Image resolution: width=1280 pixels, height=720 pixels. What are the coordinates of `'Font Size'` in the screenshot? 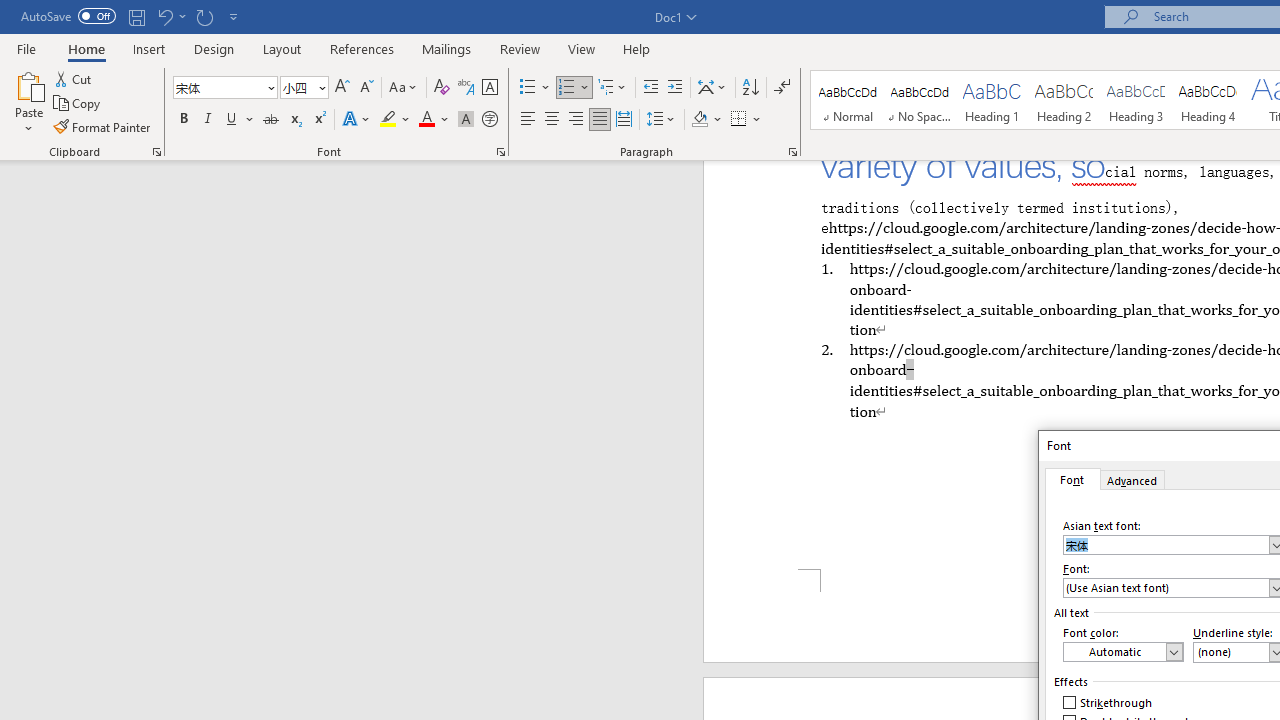 It's located at (297, 86).